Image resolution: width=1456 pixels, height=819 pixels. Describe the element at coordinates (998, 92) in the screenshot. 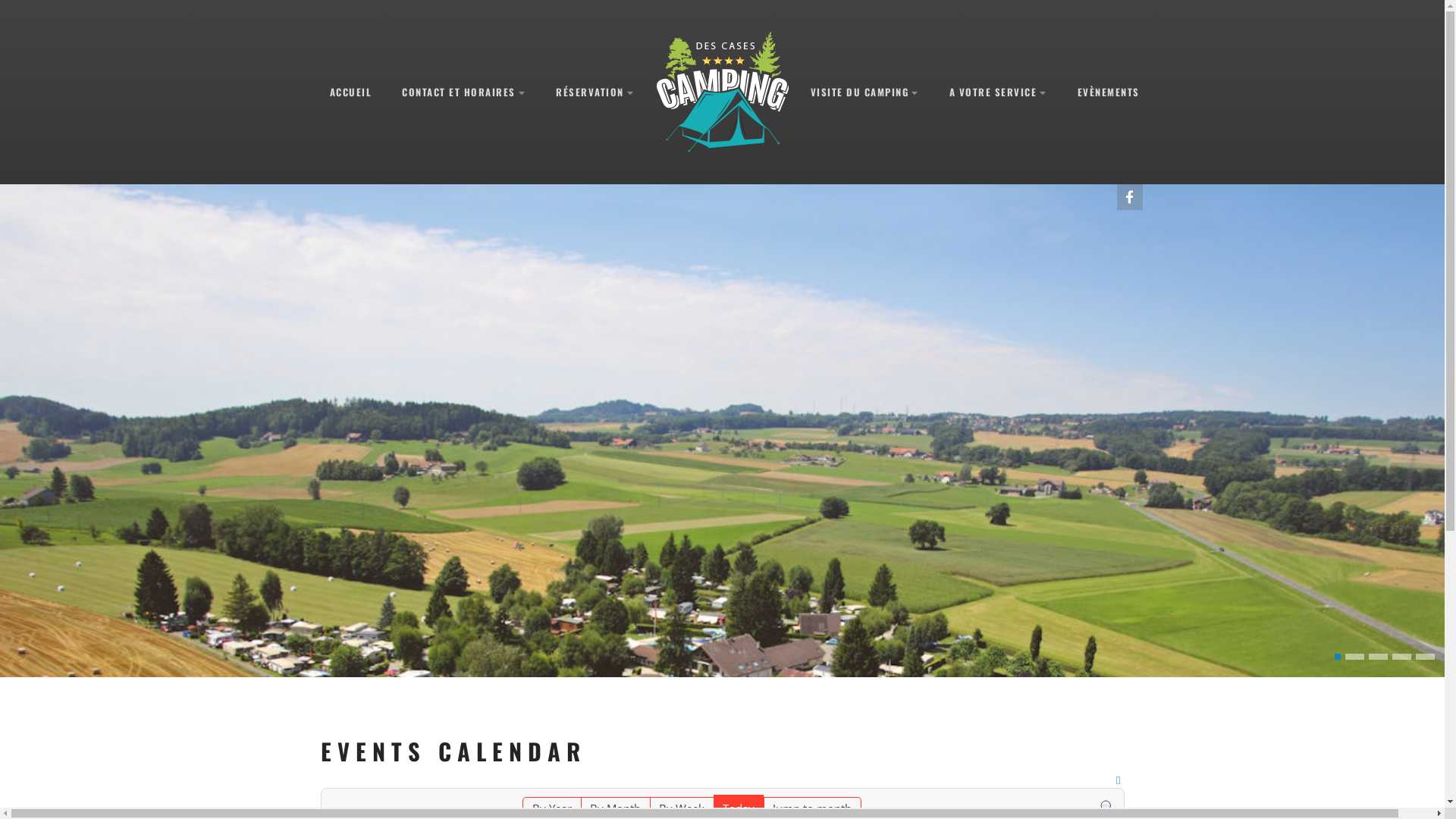

I see `'A VOTRE SERVICE'` at that location.